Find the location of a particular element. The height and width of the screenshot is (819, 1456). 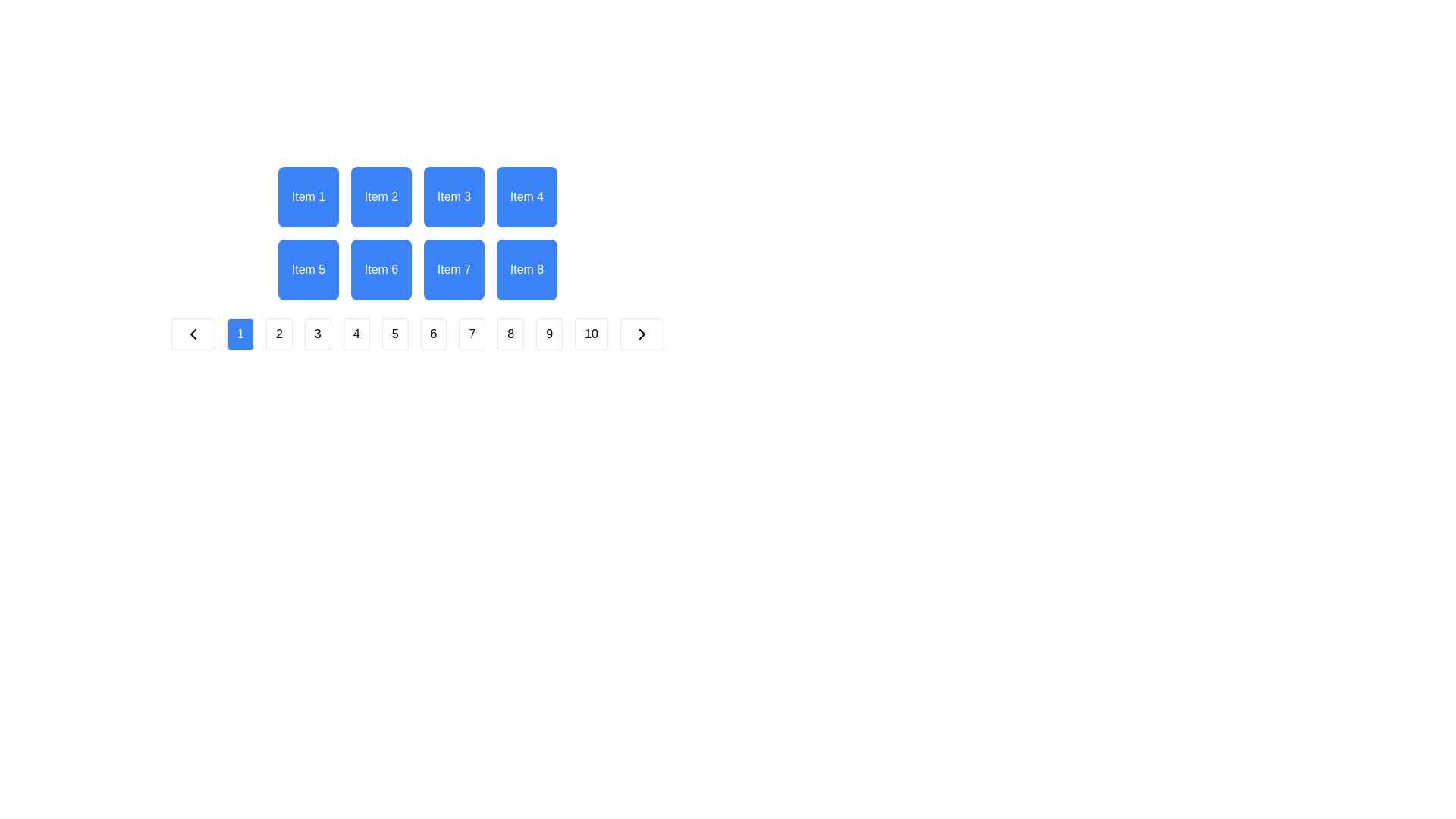

the Button-like UI component located in the second row and third column of the grid layout, which represents an item in a selection or navigation grid is located at coordinates (453, 268).